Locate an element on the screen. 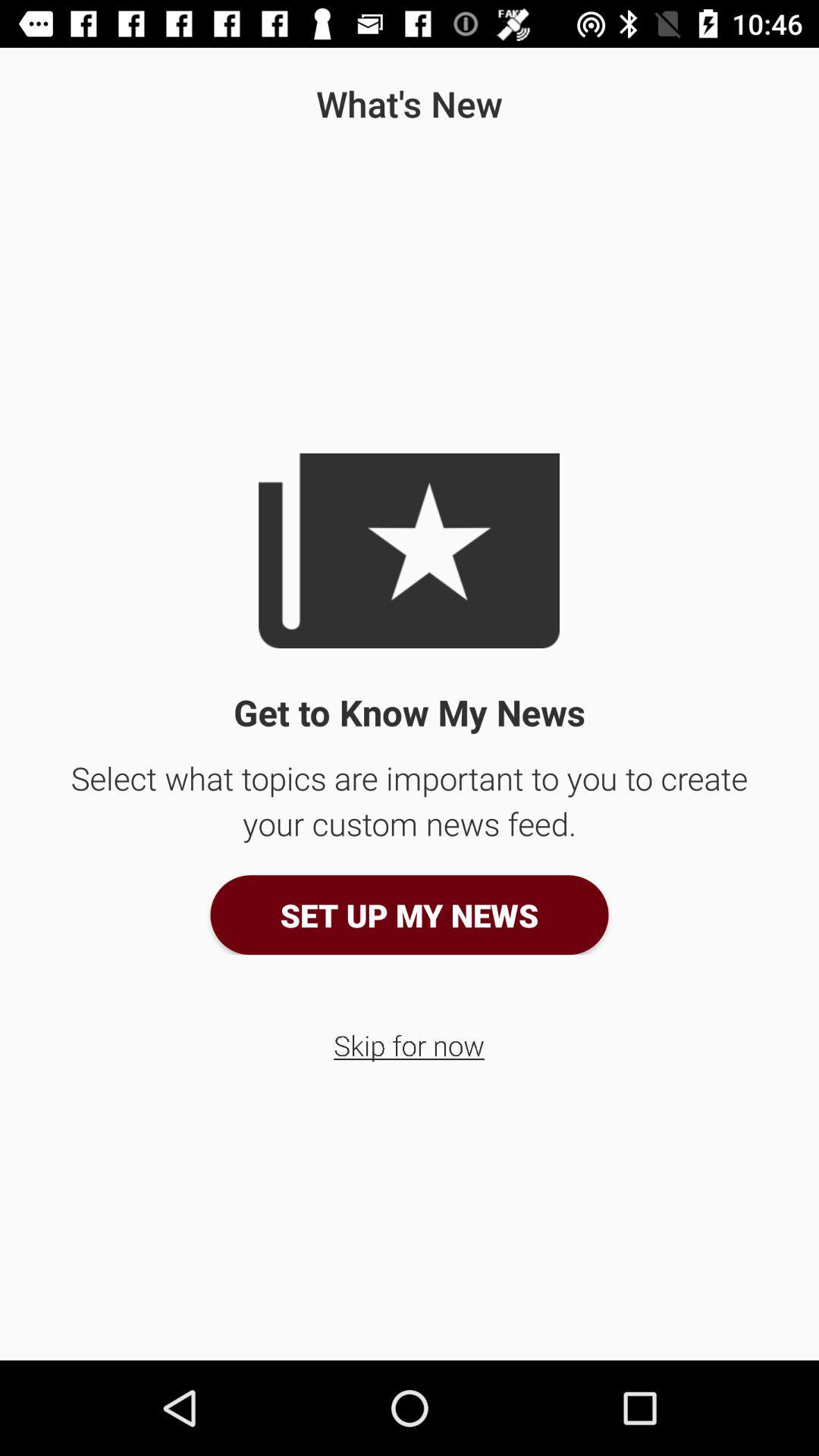  set up my is located at coordinates (409, 914).